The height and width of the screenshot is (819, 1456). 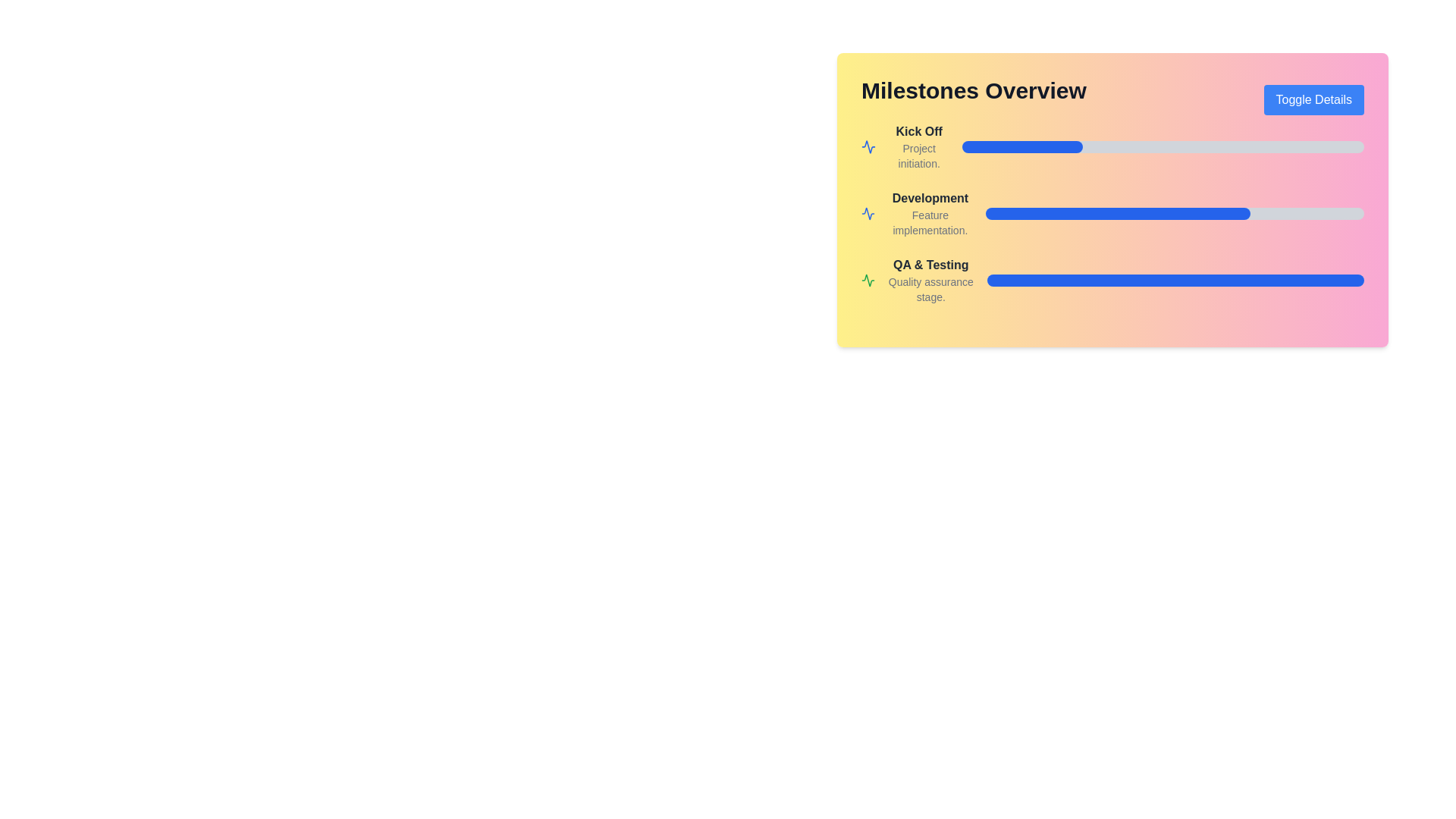 What do you see at coordinates (974, 90) in the screenshot?
I see `the Header Text that indicates the subject of the section, providing an overview of milestones in a project or task` at bounding box center [974, 90].